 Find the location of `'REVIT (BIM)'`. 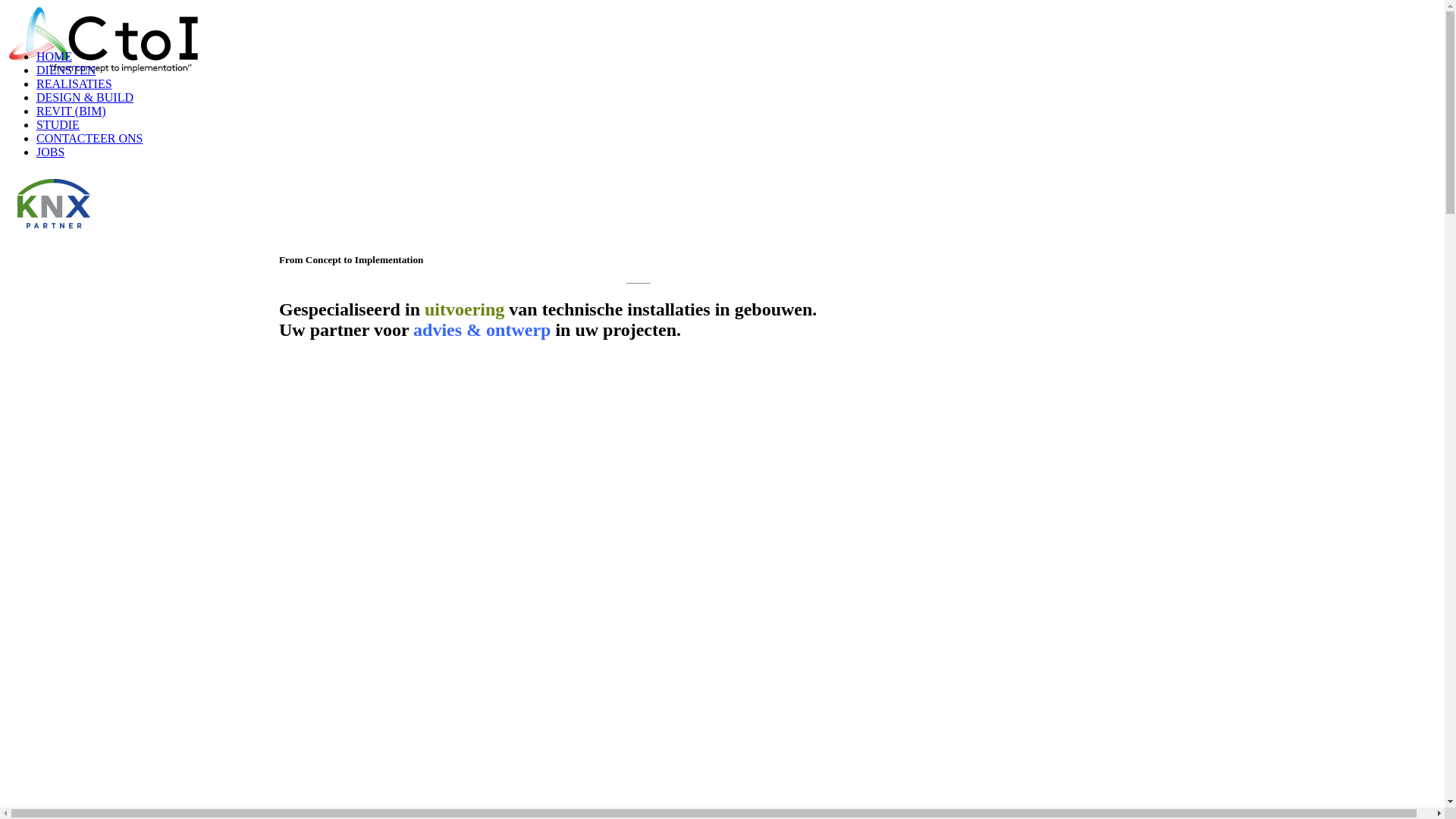

'REVIT (BIM)' is located at coordinates (71, 110).